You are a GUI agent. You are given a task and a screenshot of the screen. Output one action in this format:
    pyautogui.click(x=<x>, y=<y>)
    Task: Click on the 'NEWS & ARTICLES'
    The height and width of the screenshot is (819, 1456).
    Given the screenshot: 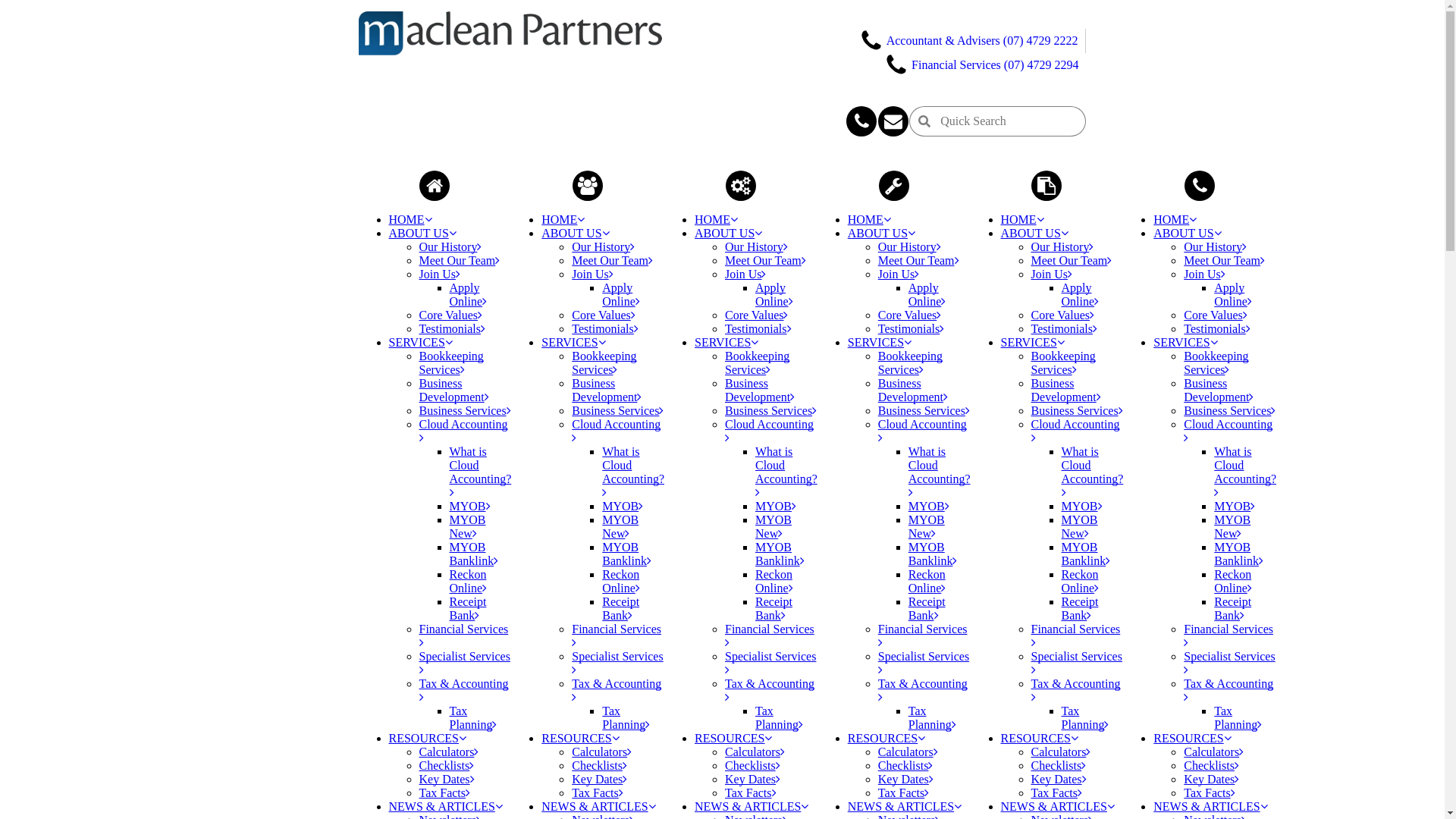 What is the action you would take?
    pyautogui.click(x=1057, y=805)
    